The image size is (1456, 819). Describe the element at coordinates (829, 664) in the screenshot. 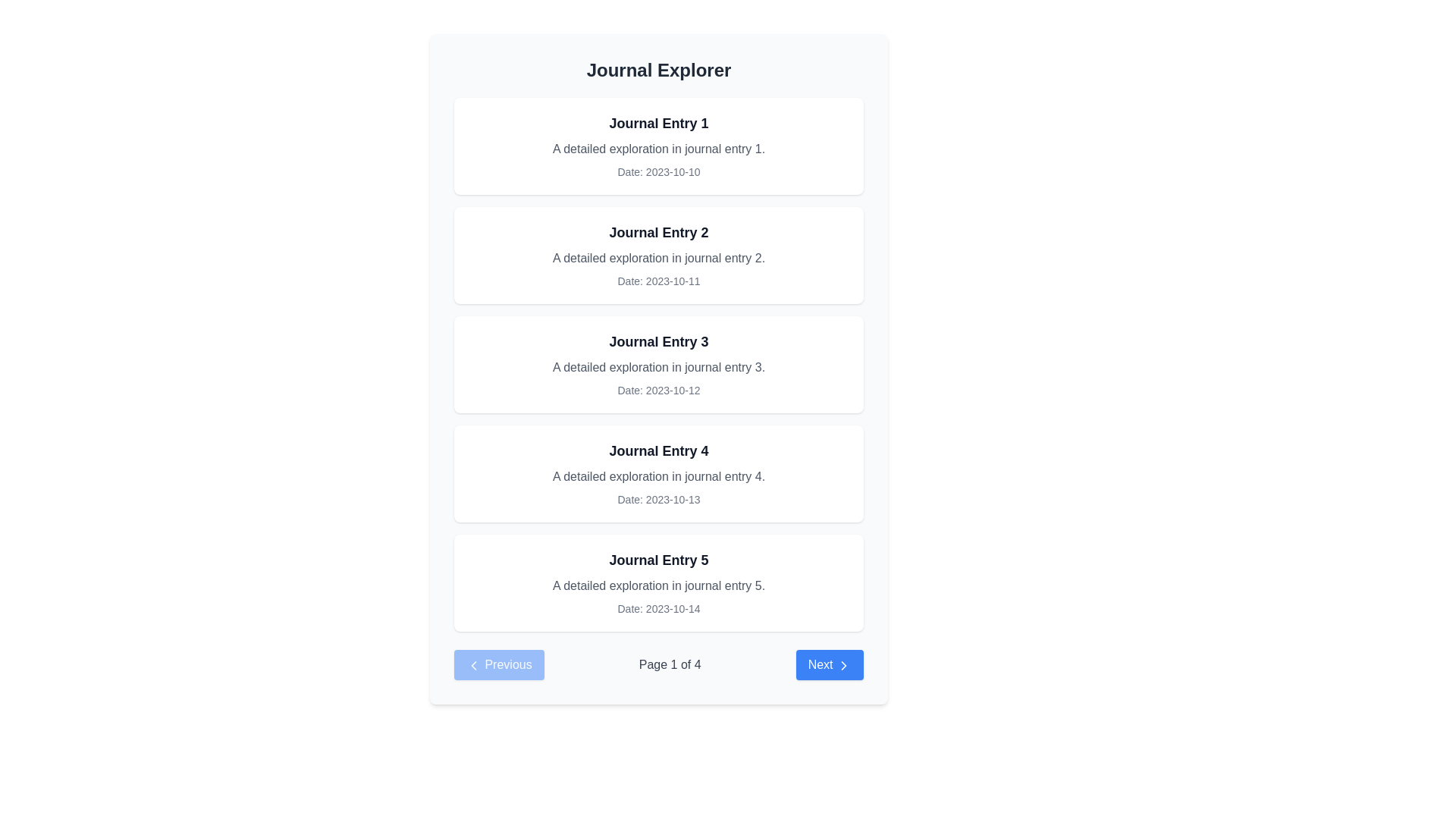

I see `the 'Next' button, which is styled with a blue background, white text, rounded corners, and includes a right-pointing chevron icon` at that location.